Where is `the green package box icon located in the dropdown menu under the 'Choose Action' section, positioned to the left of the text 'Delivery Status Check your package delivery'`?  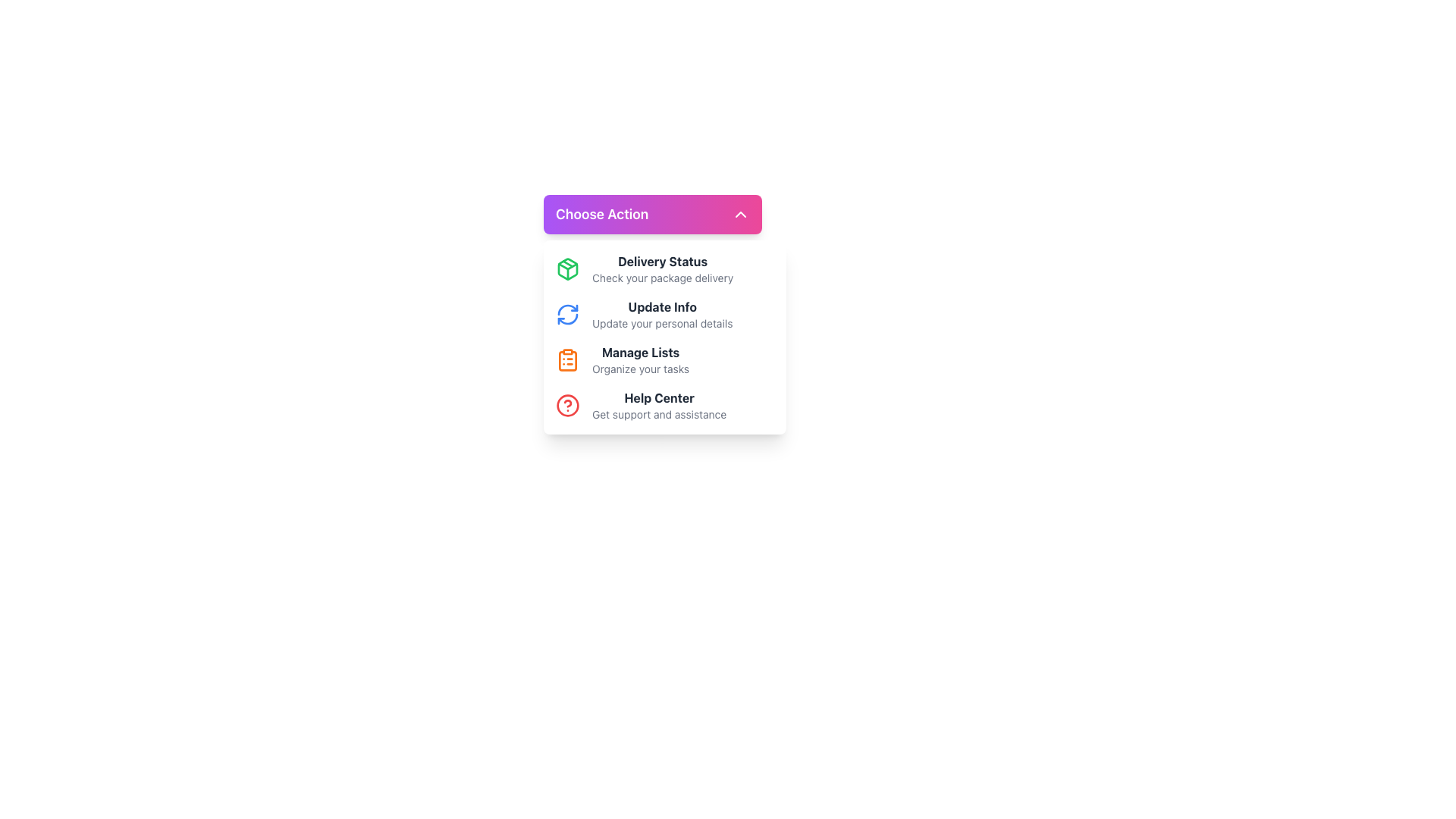 the green package box icon located in the dropdown menu under the 'Choose Action' section, positioned to the left of the text 'Delivery Status Check your package delivery' is located at coordinates (566, 268).